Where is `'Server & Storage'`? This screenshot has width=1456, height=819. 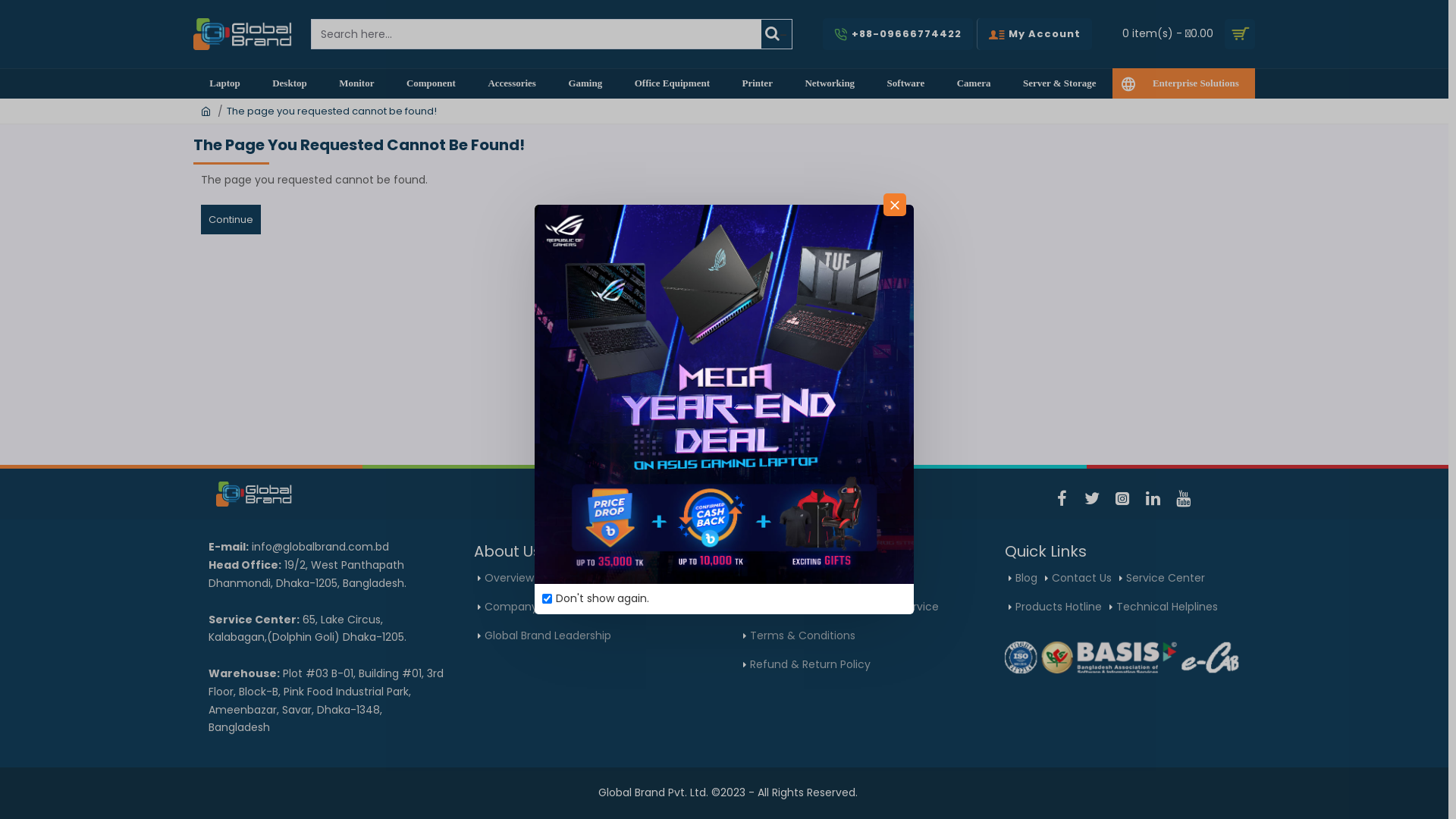 'Server & Storage' is located at coordinates (1059, 83).